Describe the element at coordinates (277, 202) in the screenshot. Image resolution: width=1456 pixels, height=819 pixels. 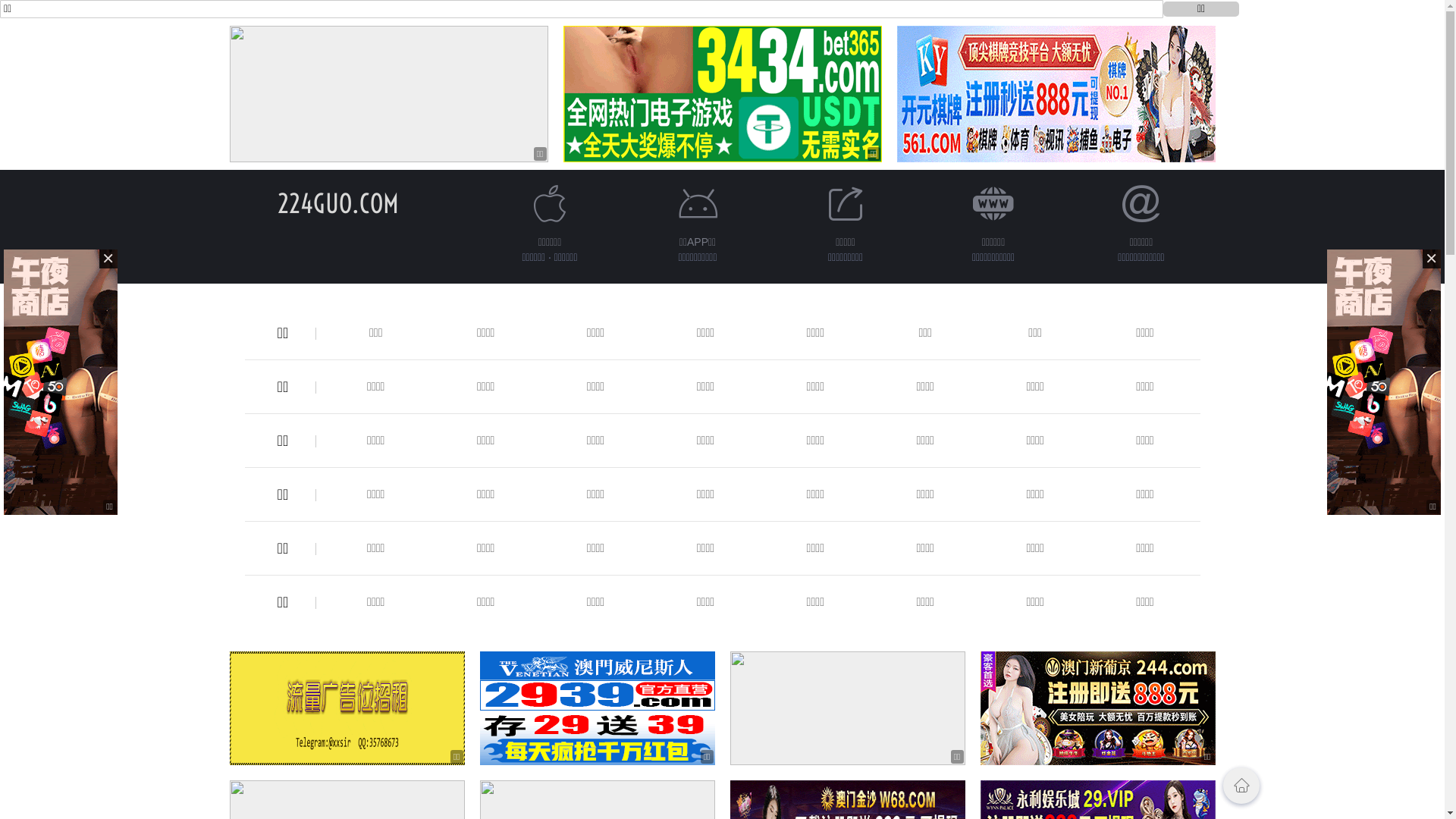
I see `'224GUO.COM'` at that location.